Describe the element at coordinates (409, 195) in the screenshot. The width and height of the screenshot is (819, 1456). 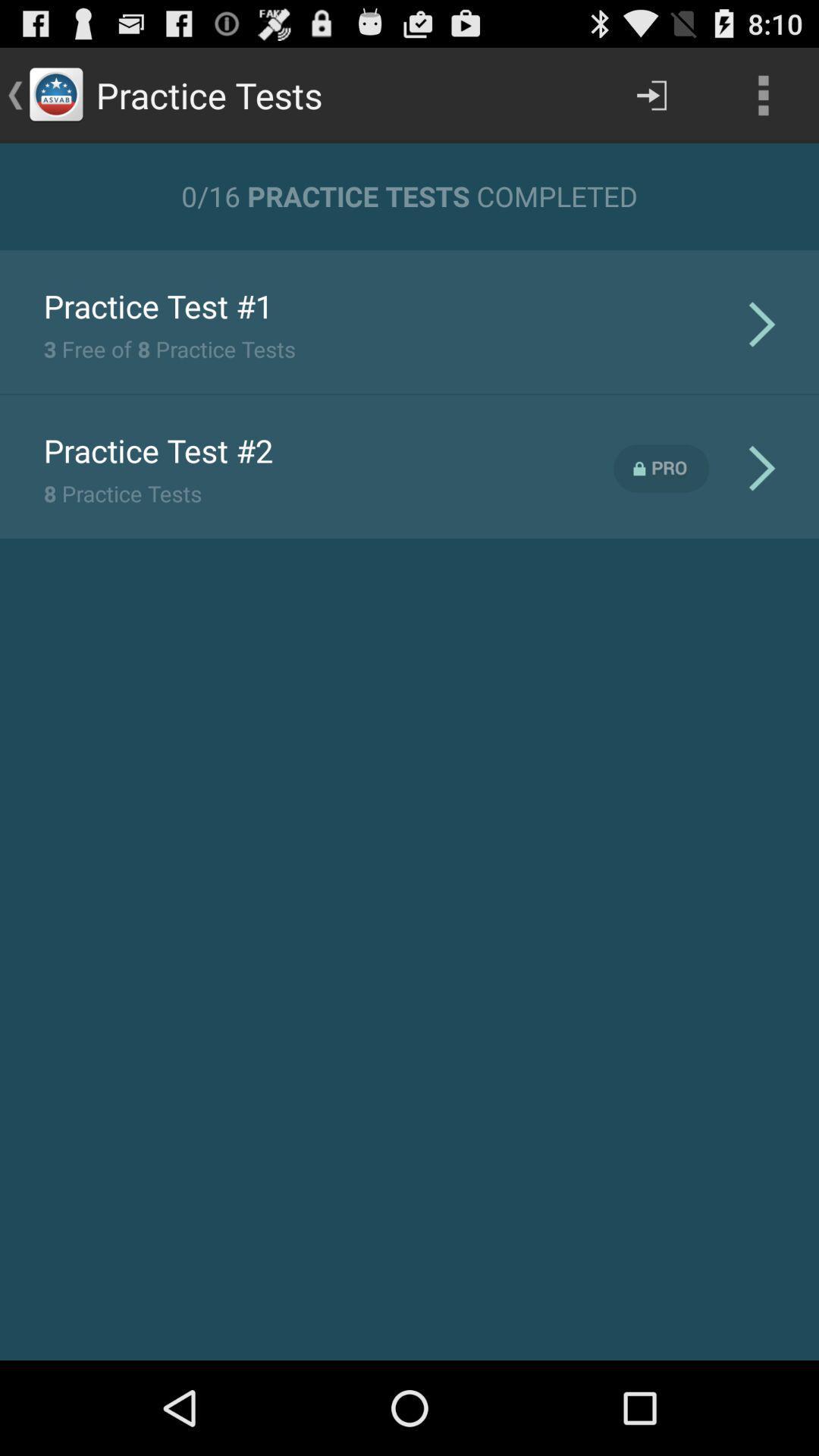
I see `0 16 practice item` at that location.